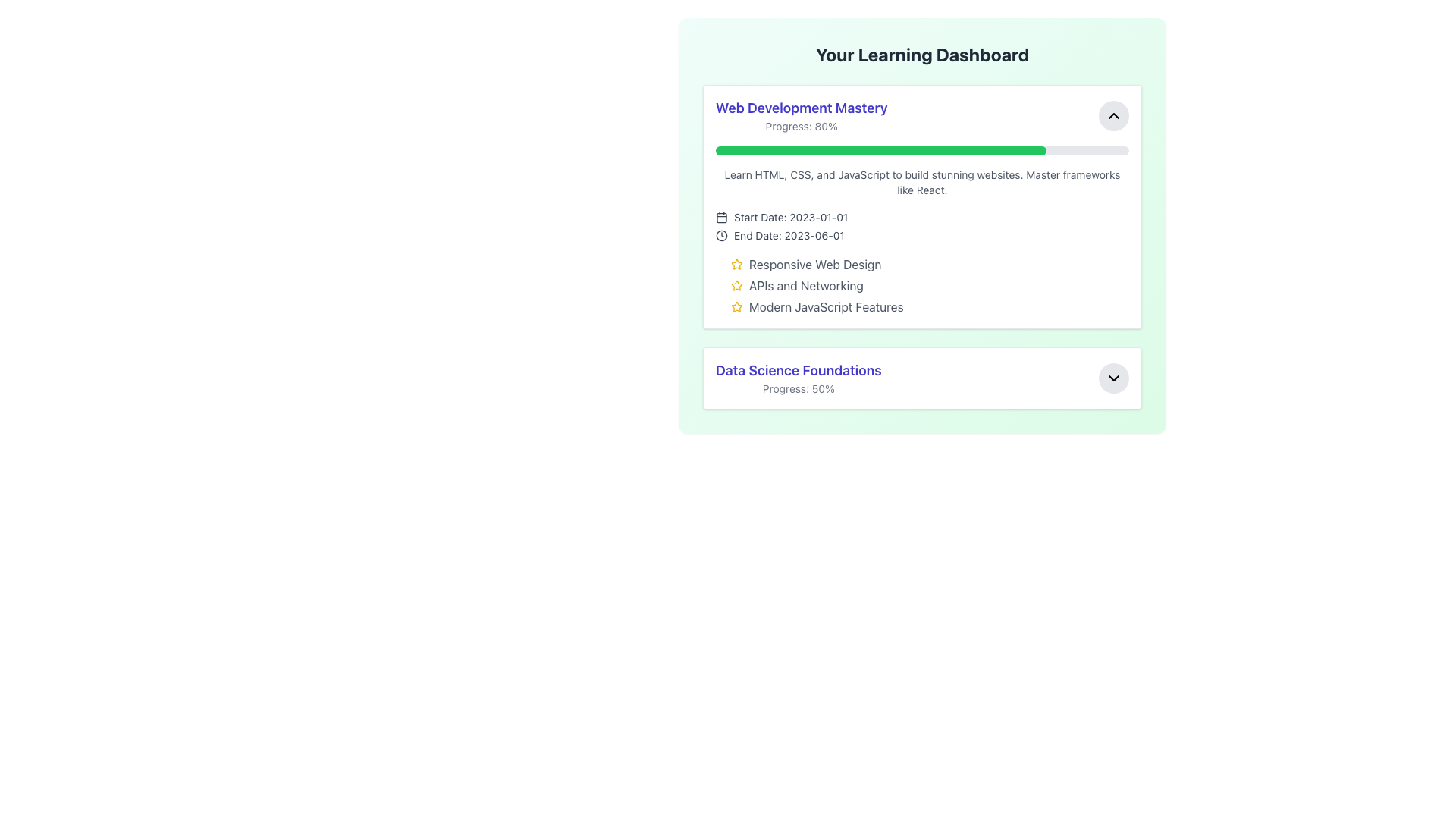  What do you see at coordinates (801, 107) in the screenshot?
I see `the title text introducing the course content, which is located at the top of the section above the 'Progress: 80%' text` at bounding box center [801, 107].